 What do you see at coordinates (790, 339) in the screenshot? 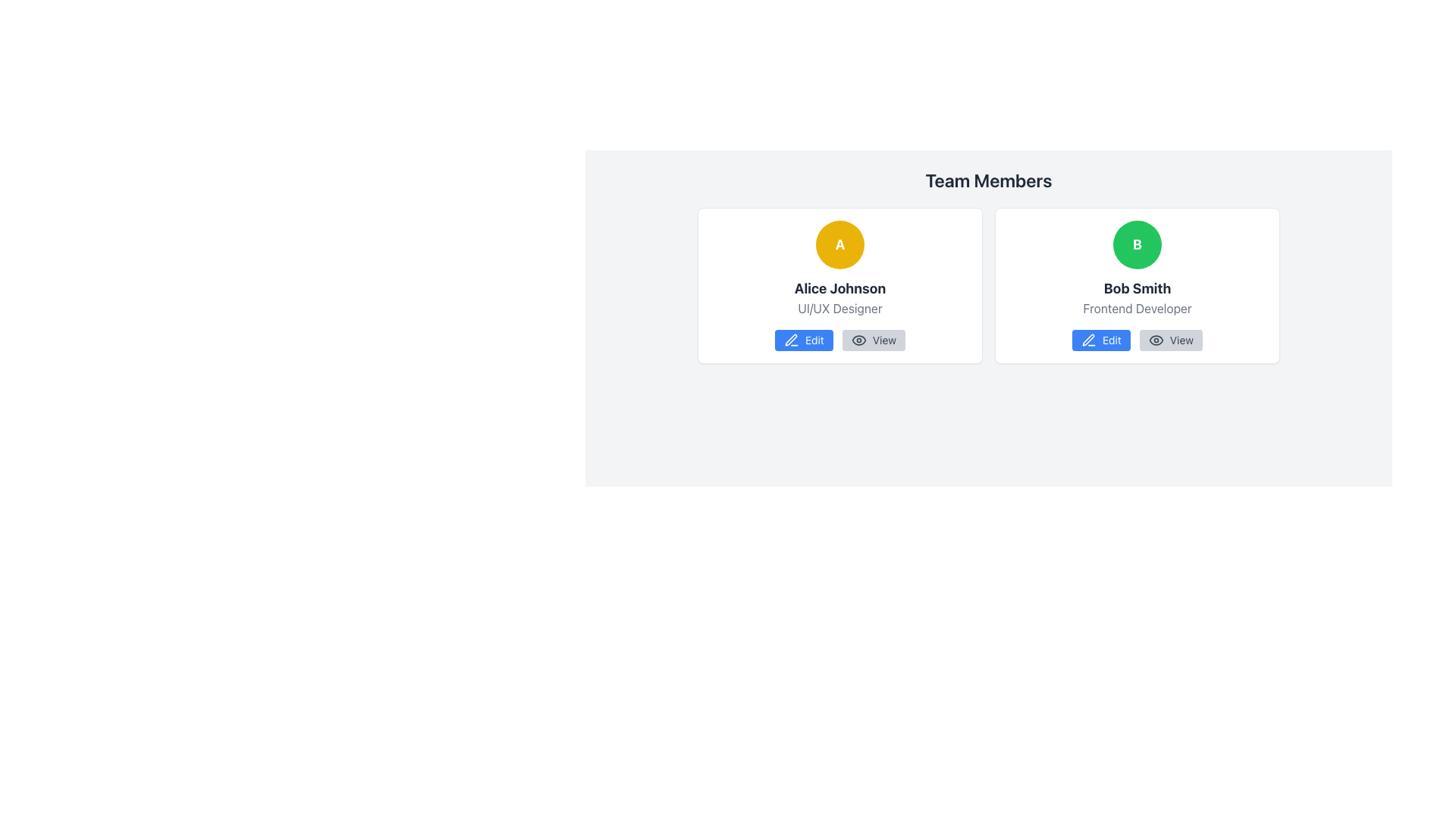
I see `the pen-shaped icon located to the left of the 'Edit' button under the Alice Johnson card in the Team Members section for visual reference` at bounding box center [790, 339].